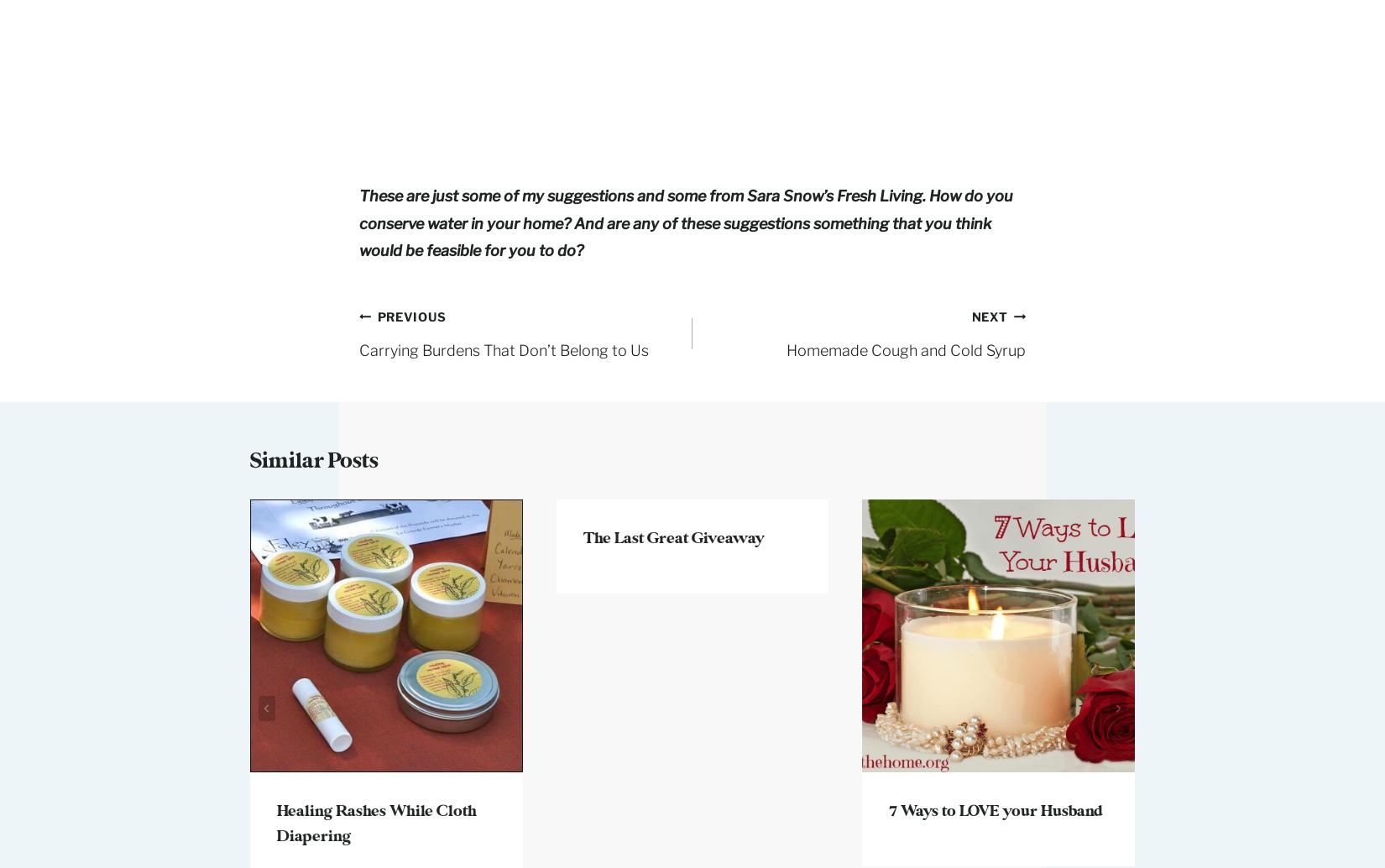 The height and width of the screenshot is (868, 1385). Describe the element at coordinates (375, 822) in the screenshot. I see `'Healing Rashes While Cloth Diapering'` at that location.